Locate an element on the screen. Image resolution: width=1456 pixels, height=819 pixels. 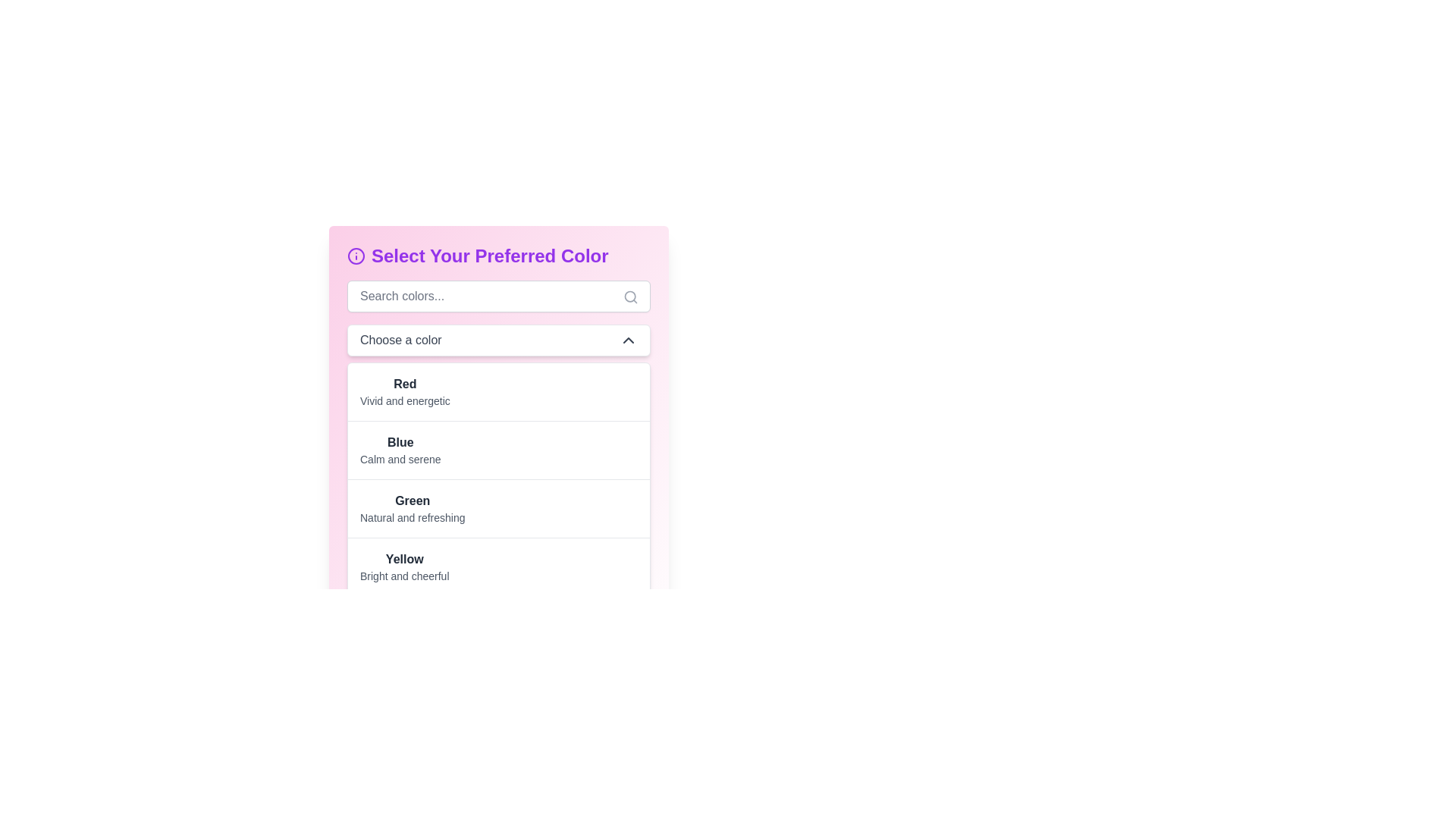
the Dropdown Menu labeled 'Choose a color' is located at coordinates (498, 339).